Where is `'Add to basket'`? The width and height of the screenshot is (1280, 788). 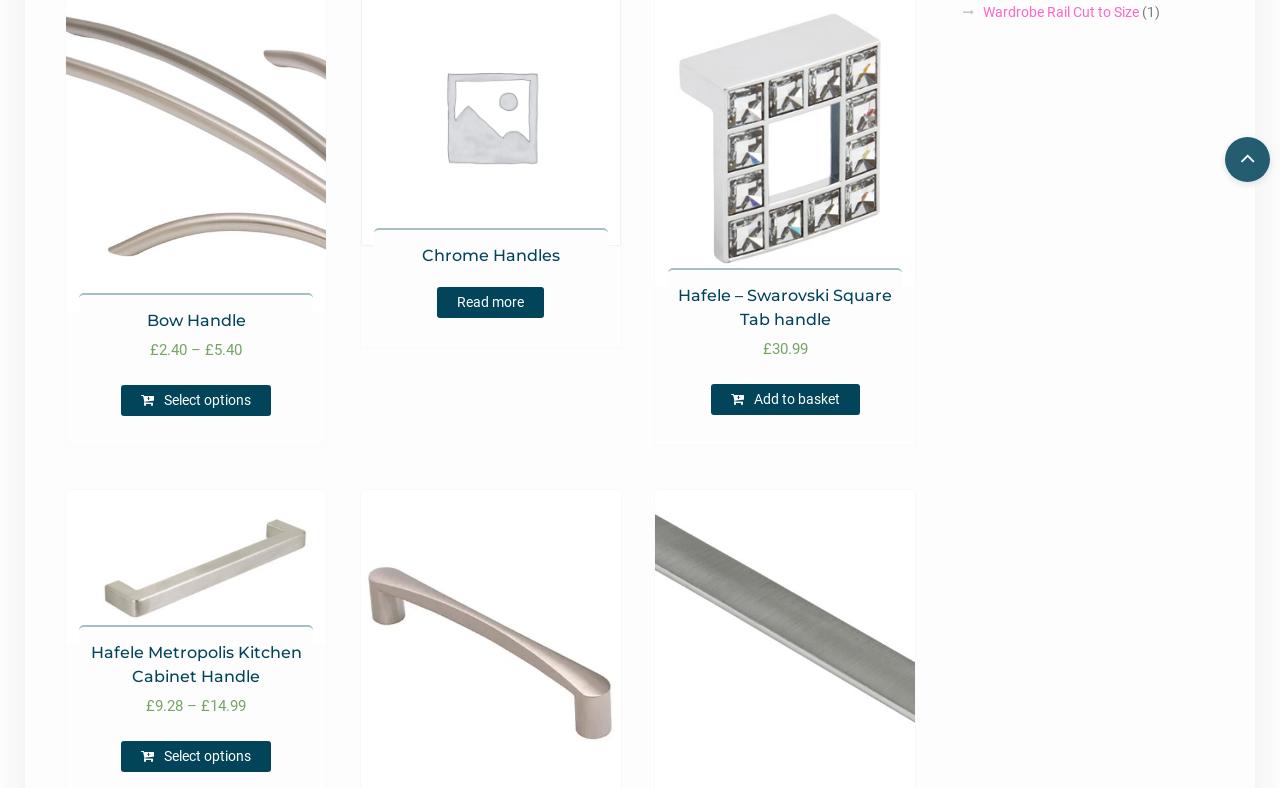
'Add to basket' is located at coordinates (795, 397).